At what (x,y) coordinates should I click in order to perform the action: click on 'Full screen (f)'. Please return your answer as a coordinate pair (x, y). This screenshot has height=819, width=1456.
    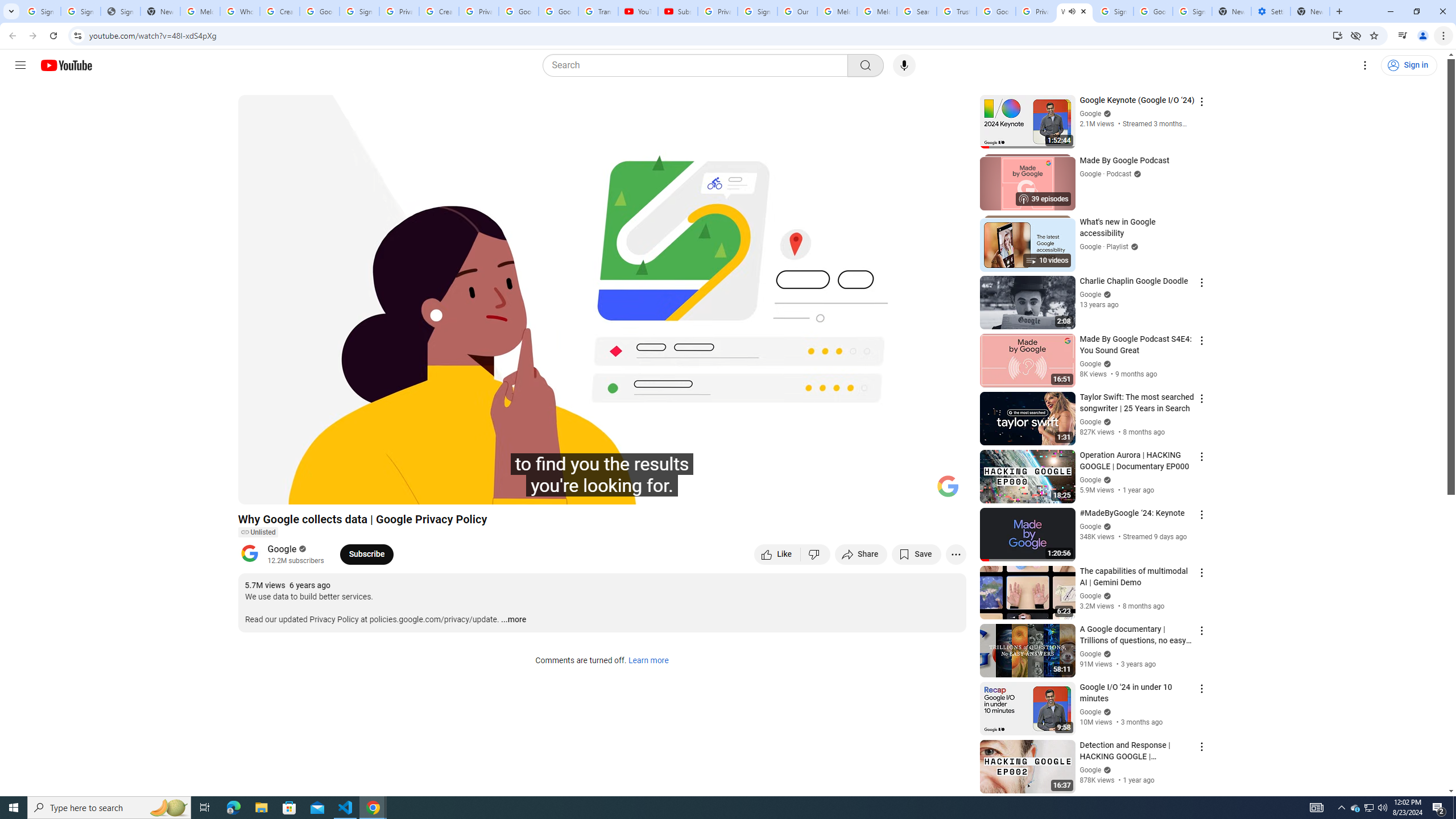
    Looking at the image, I should click on (945, 490).